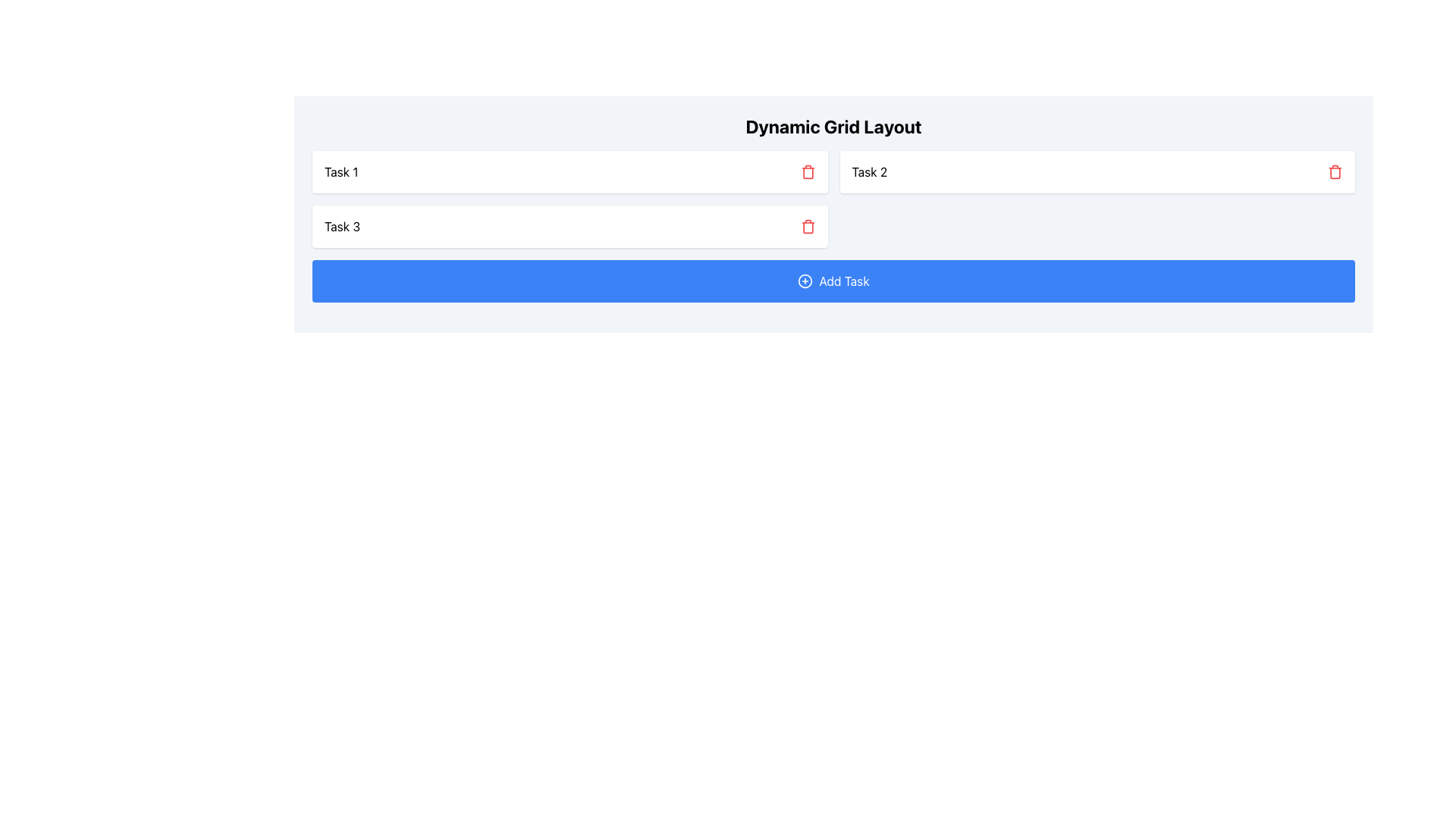 The image size is (1456, 819). I want to click on the Label element located at the top of the main panel, which serves as the title for the section containing the task items, so click(833, 125).